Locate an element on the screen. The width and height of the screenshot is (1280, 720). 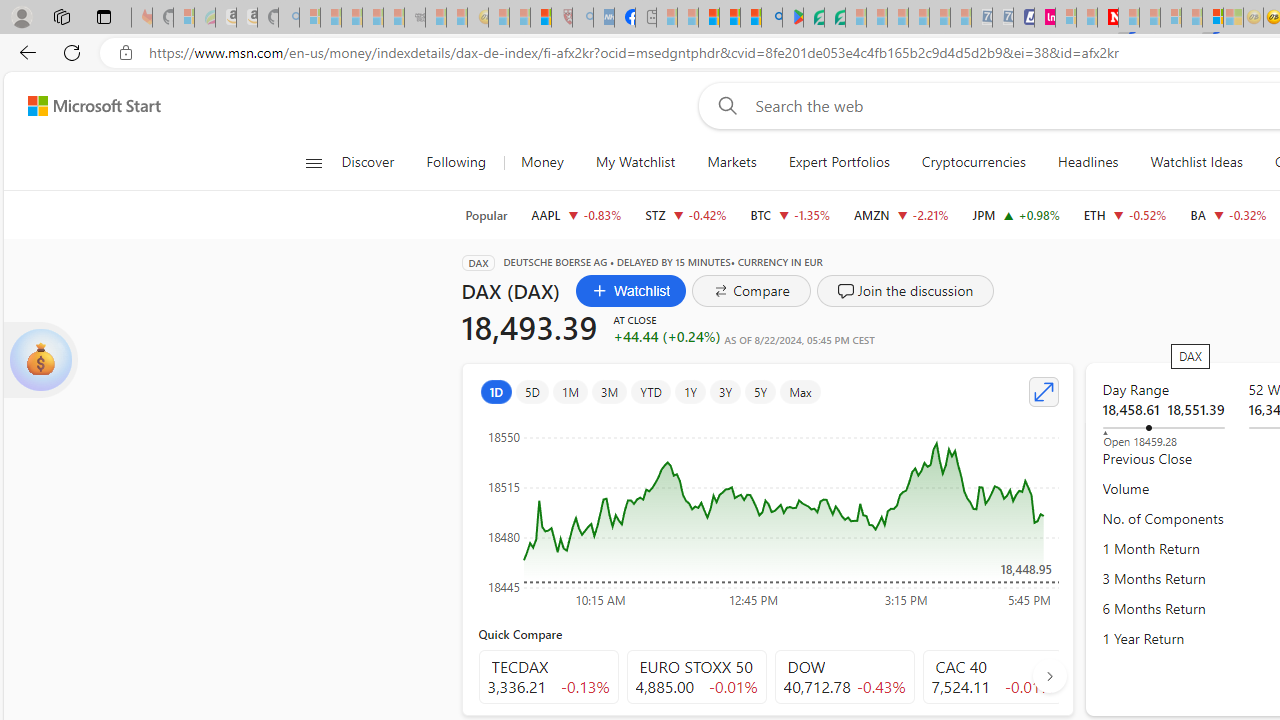
'JPM JPMORGAN CHASE & CO. increase 216.71 +2.11 +0.98%' is located at coordinates (1016, 214).